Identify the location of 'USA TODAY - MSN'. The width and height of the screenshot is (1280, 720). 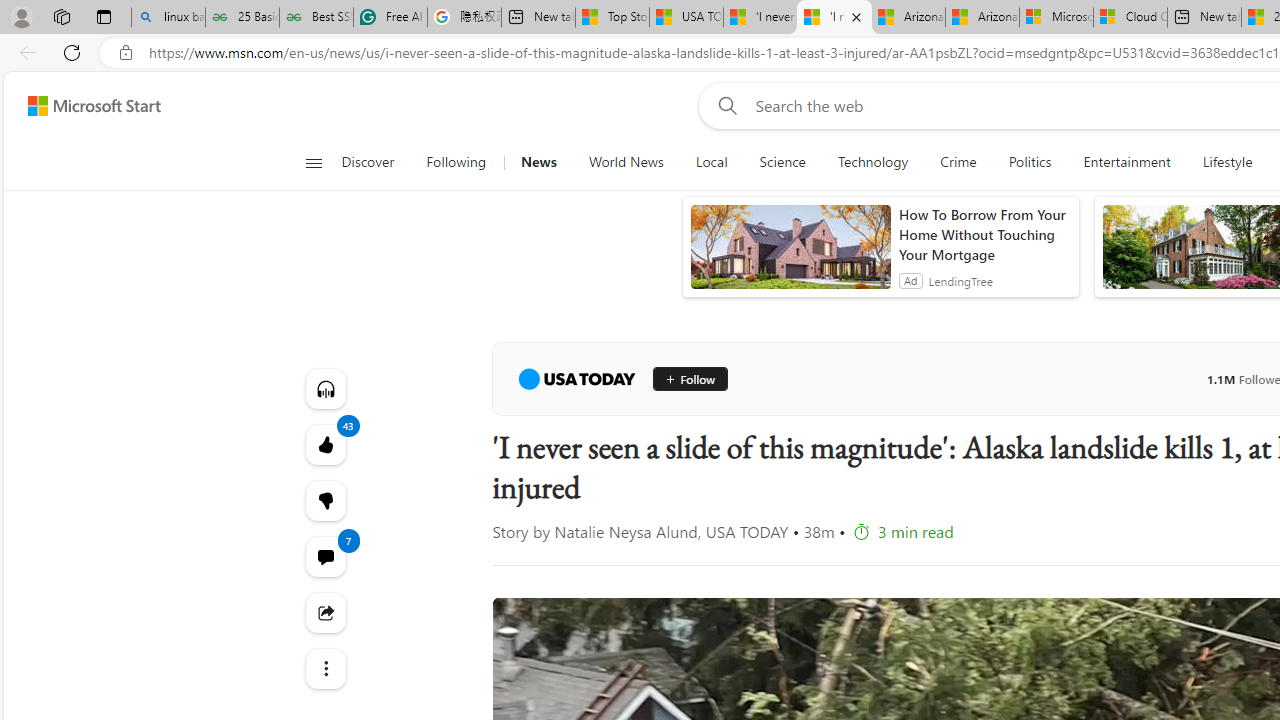
(686, 17).